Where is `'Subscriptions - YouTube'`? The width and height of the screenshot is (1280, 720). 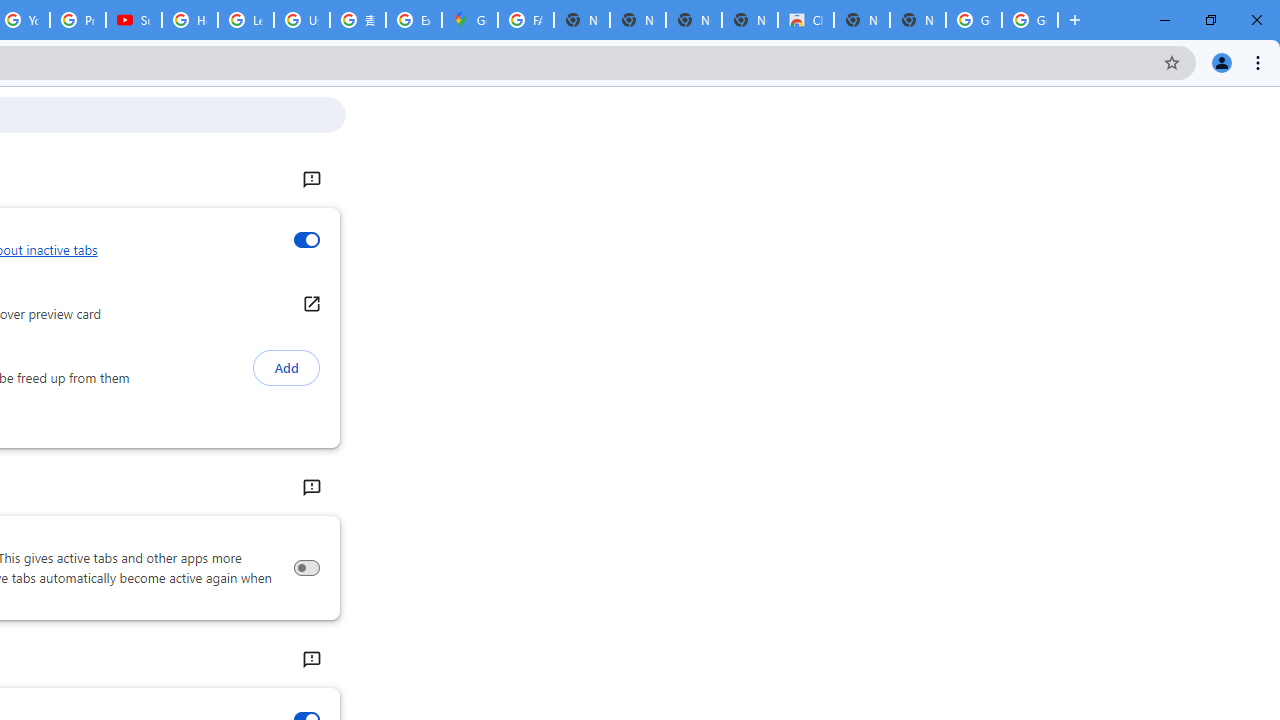 'Subscriptions - YouTube' is located at coordinates (133, 20).